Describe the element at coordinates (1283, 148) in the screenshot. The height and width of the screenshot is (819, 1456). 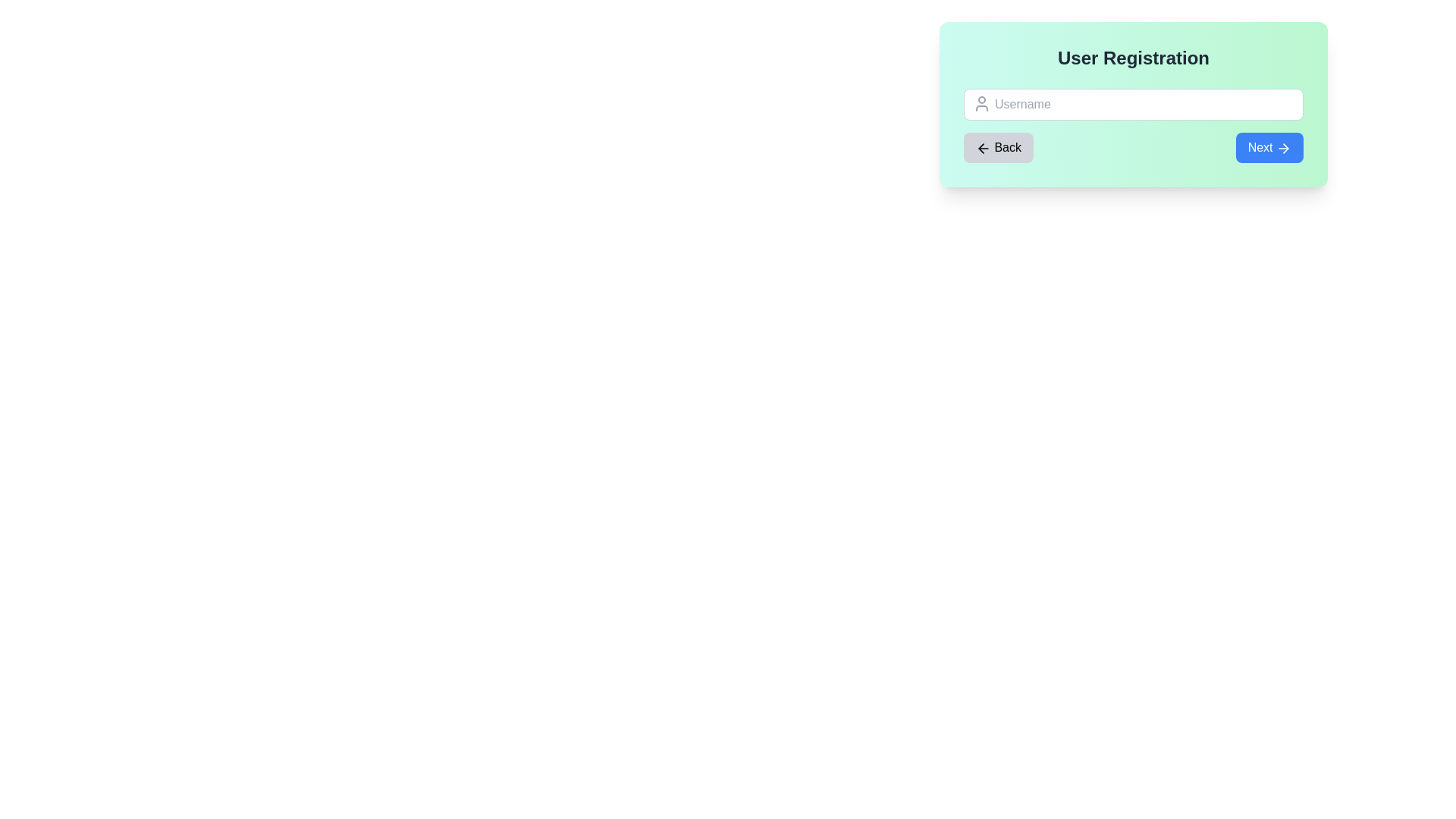
I see `the decorative icon adjacent to the text 'Next' in the bottom right portion of the modal interface` at that location.